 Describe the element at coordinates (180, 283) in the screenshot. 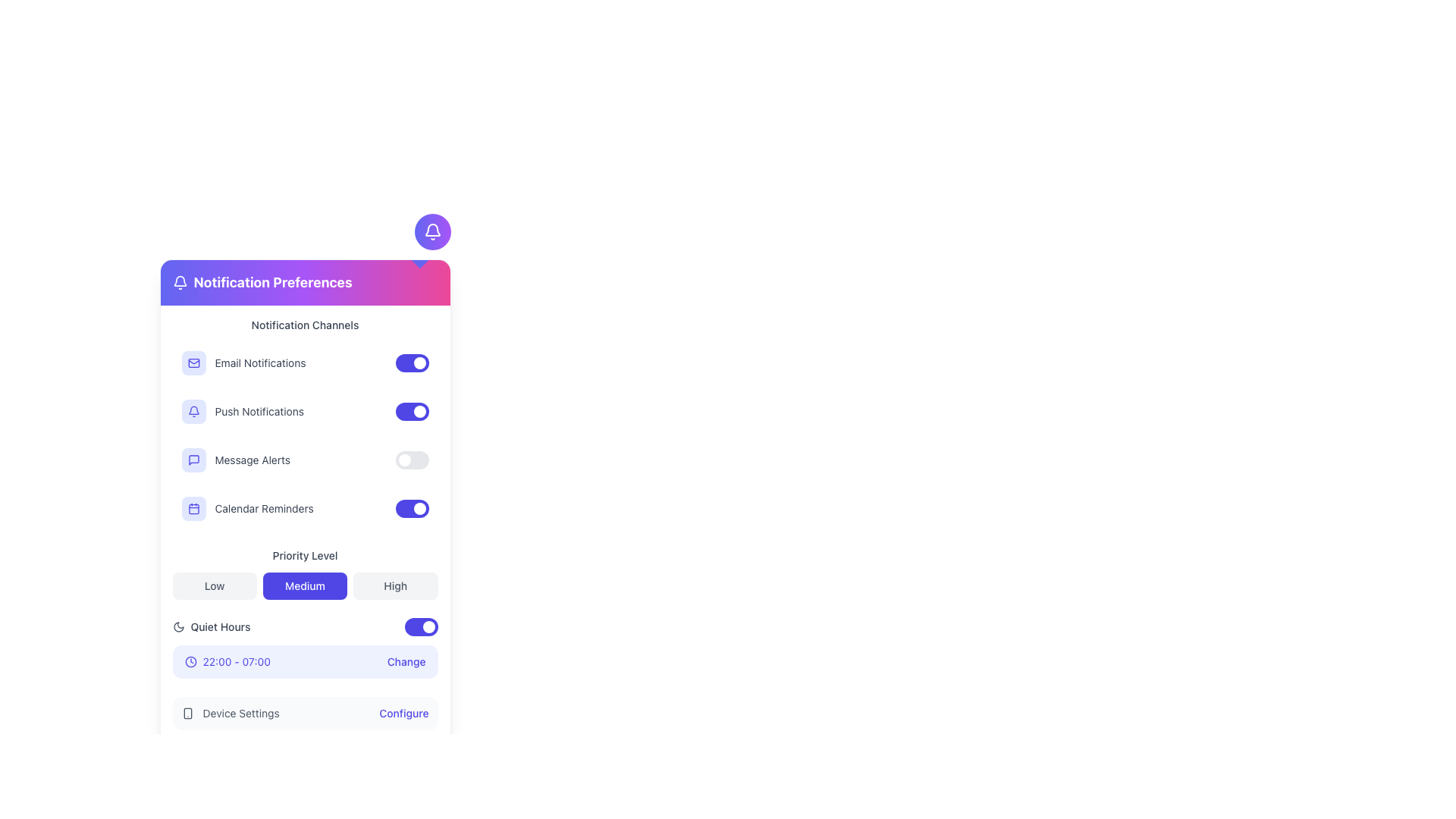

I see `the bell icon with a white outline against a purple background, located to the left of 'Notification Preferences'` at that location.